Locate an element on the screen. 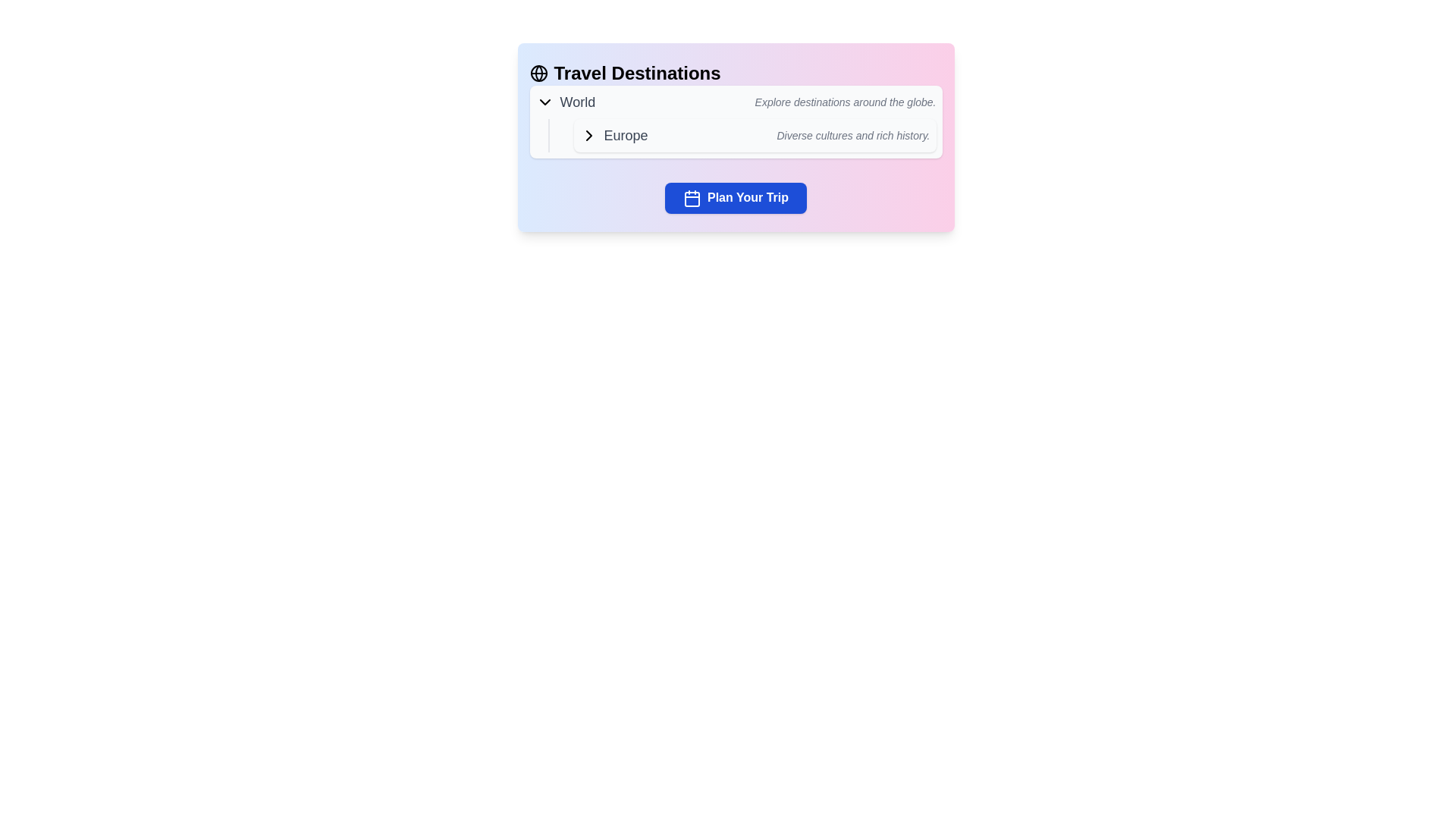 The height and width of the screenshot is (819, 1456). the Rightward chevron icon located to the left of the 'Europe' label is located at coordinates (588, 134).